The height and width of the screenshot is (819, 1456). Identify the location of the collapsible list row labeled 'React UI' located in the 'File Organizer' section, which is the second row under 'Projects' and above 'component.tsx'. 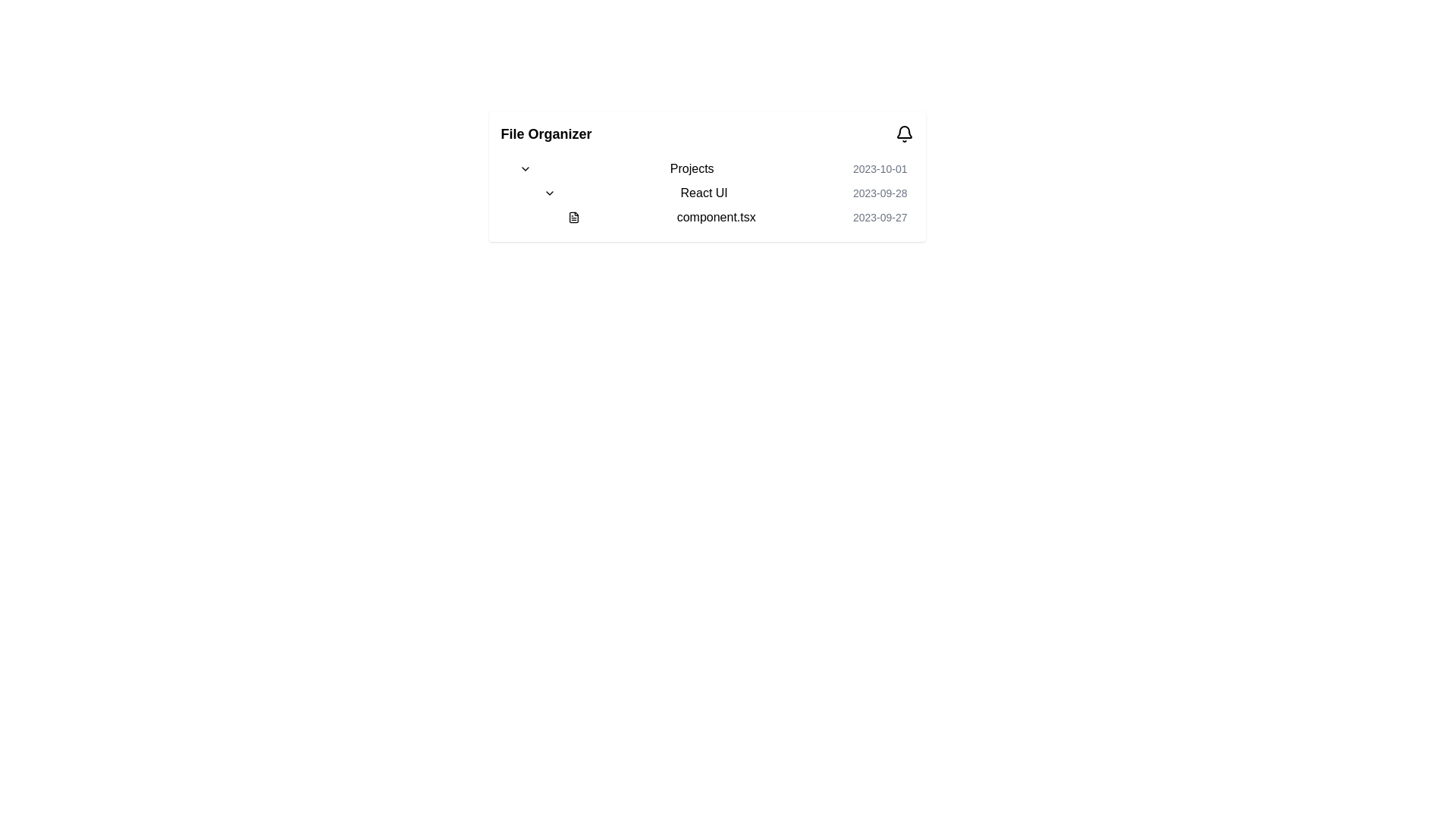
(712, 192).